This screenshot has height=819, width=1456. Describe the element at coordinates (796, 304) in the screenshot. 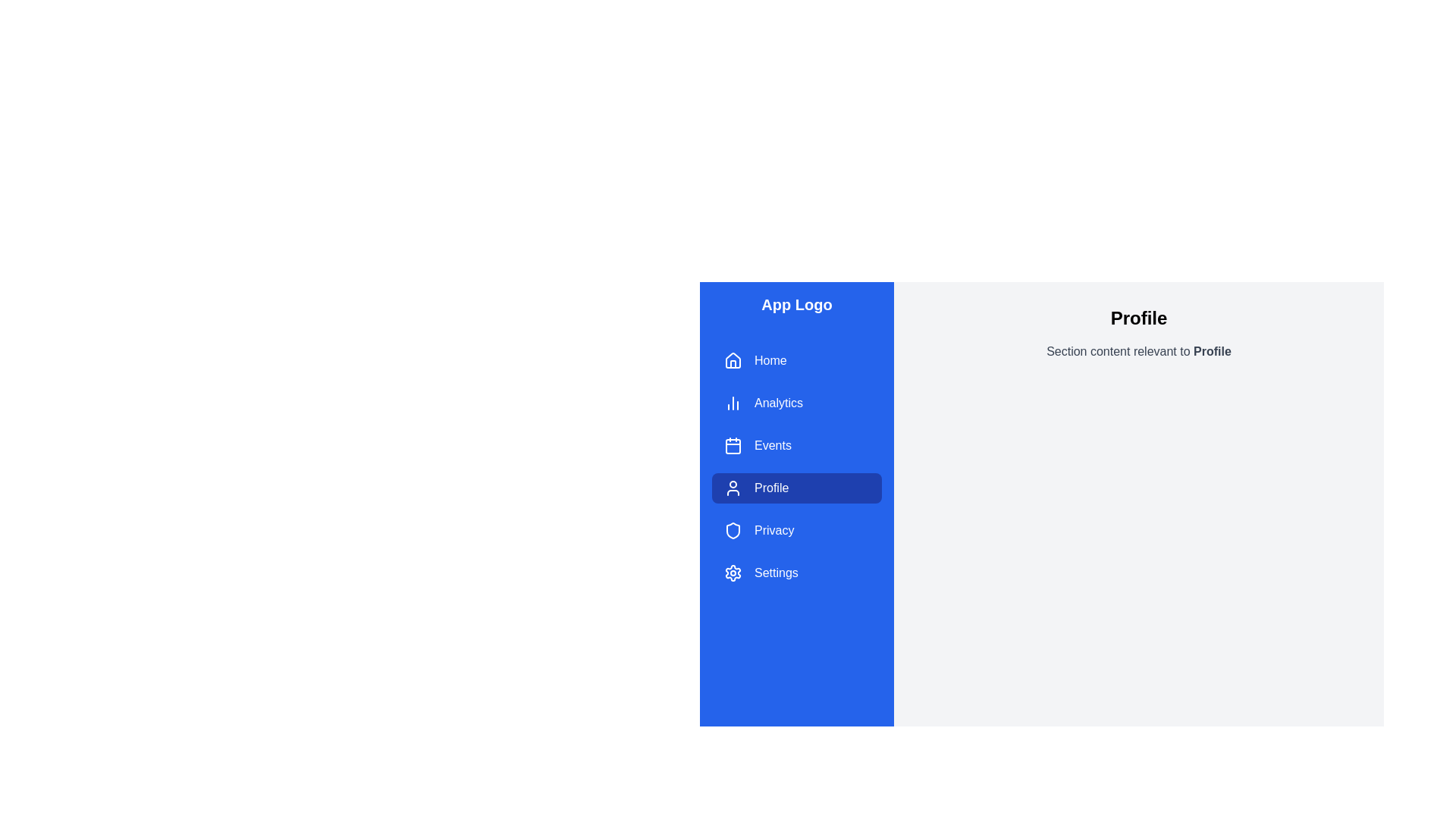

I see `the static text component displaying the application's logo or name, which is located at the top of the left sidebar navigation panel above the 'Home' navigation item` at that location.